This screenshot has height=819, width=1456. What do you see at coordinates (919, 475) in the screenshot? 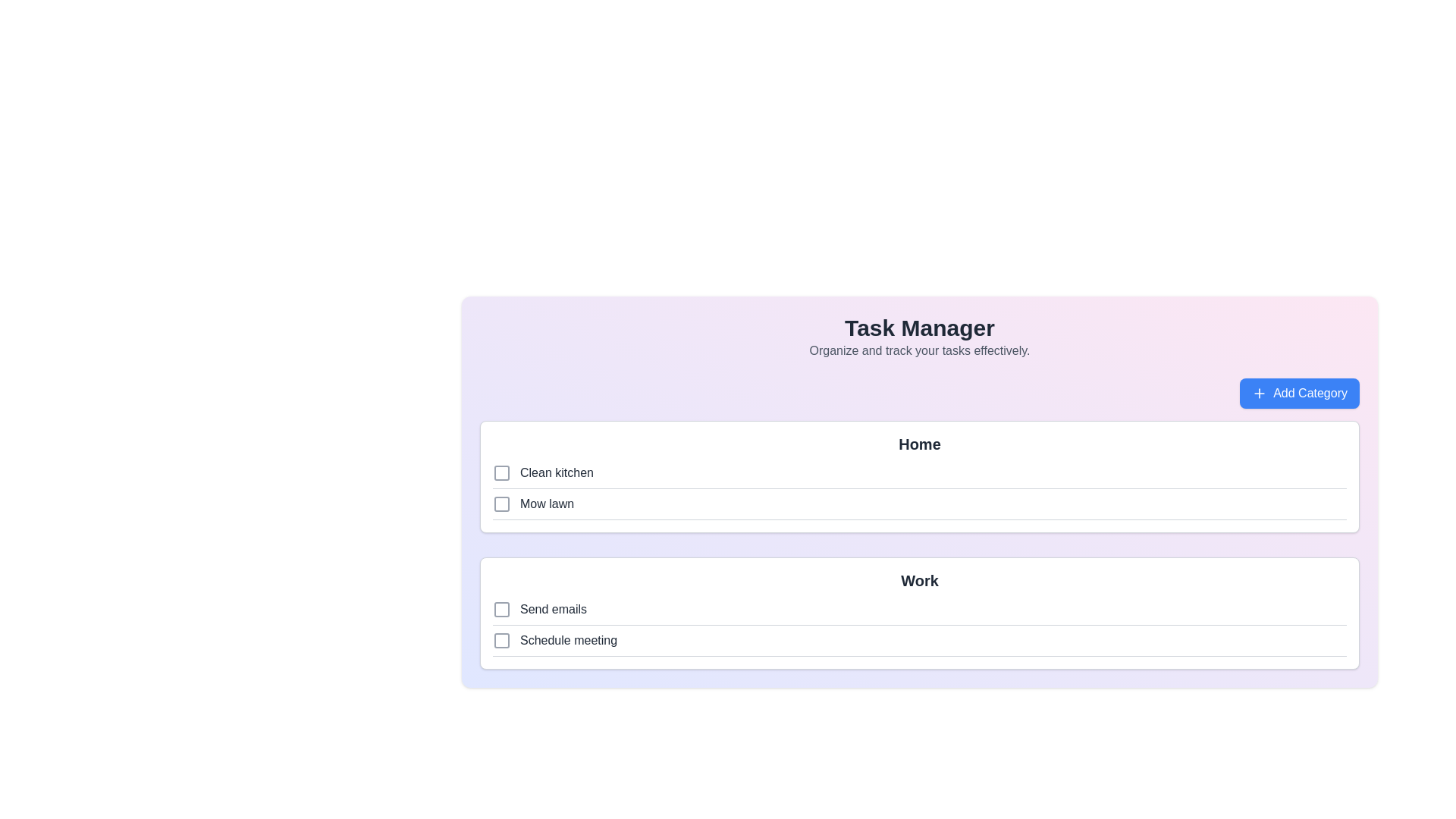
I see `the checkbox area of the 'Clean kitchen' task item` at bounding box center [919, 475].